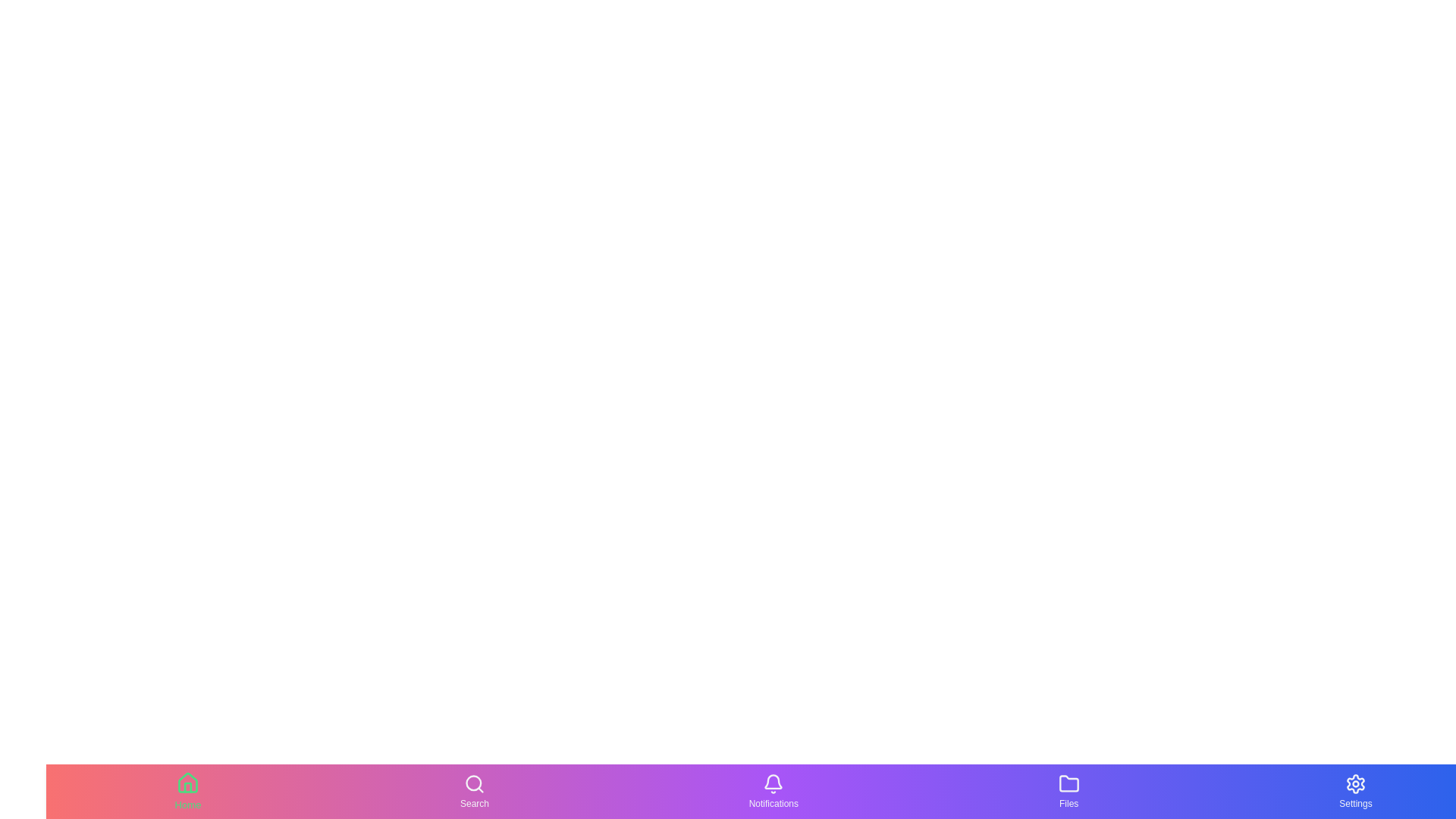  I want to click on the Home tab button to navigate to the corresponding section, so click(187, 791).